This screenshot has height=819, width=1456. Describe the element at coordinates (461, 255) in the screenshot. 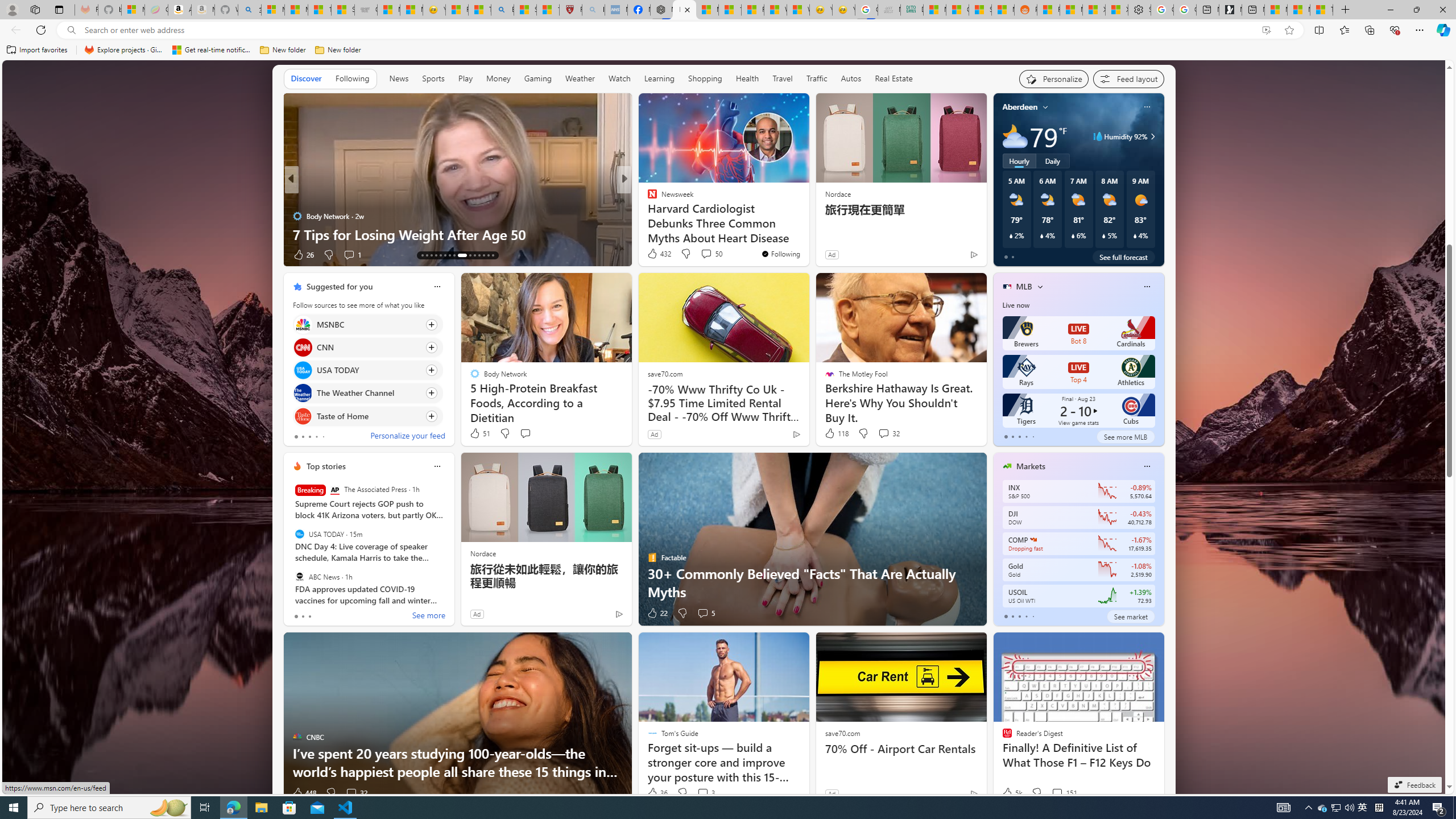

I see `'AutomationID: tab-74'` at that location.